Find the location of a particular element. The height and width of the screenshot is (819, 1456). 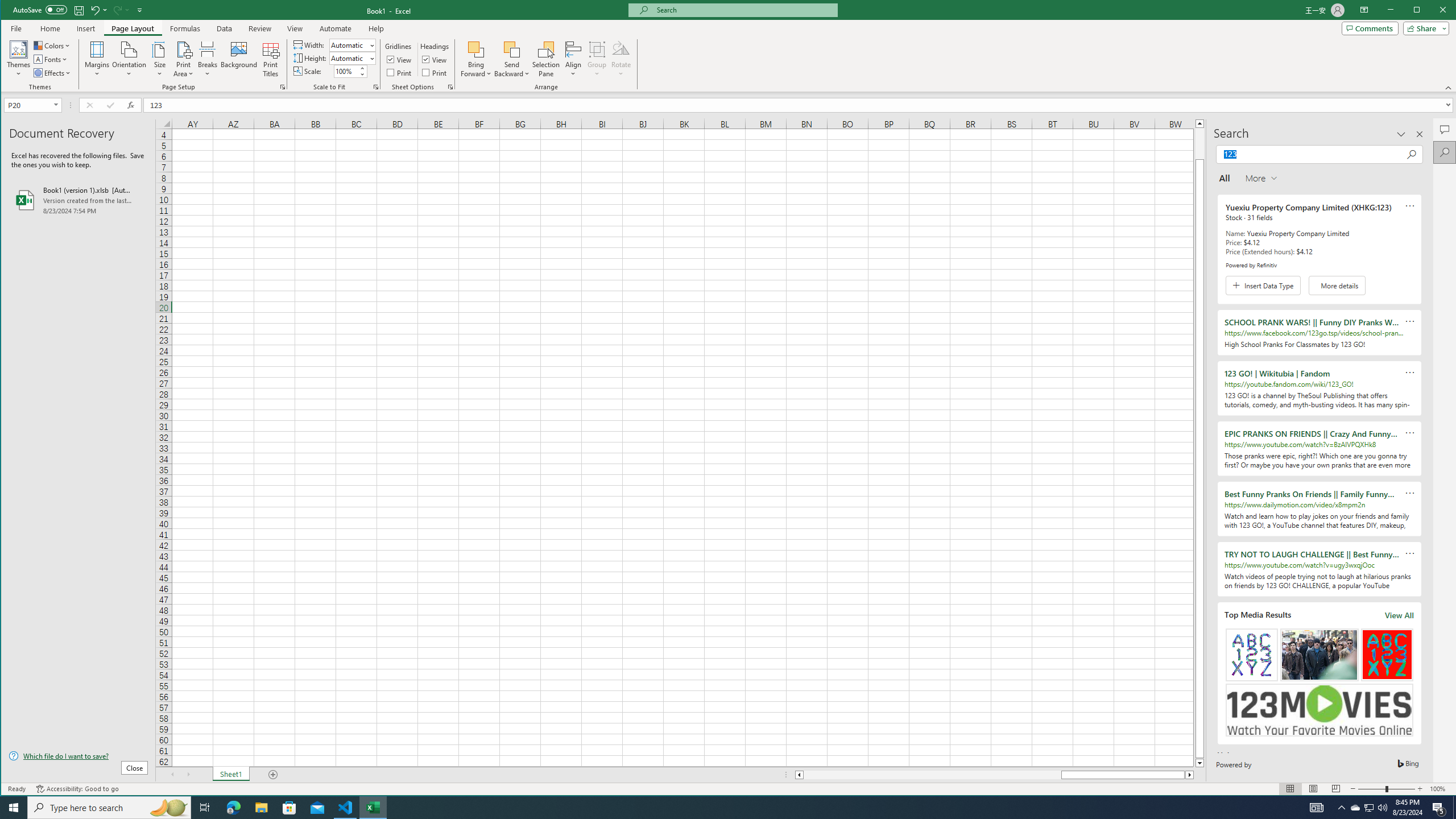

'Width' is located at coordinates (352, 44).